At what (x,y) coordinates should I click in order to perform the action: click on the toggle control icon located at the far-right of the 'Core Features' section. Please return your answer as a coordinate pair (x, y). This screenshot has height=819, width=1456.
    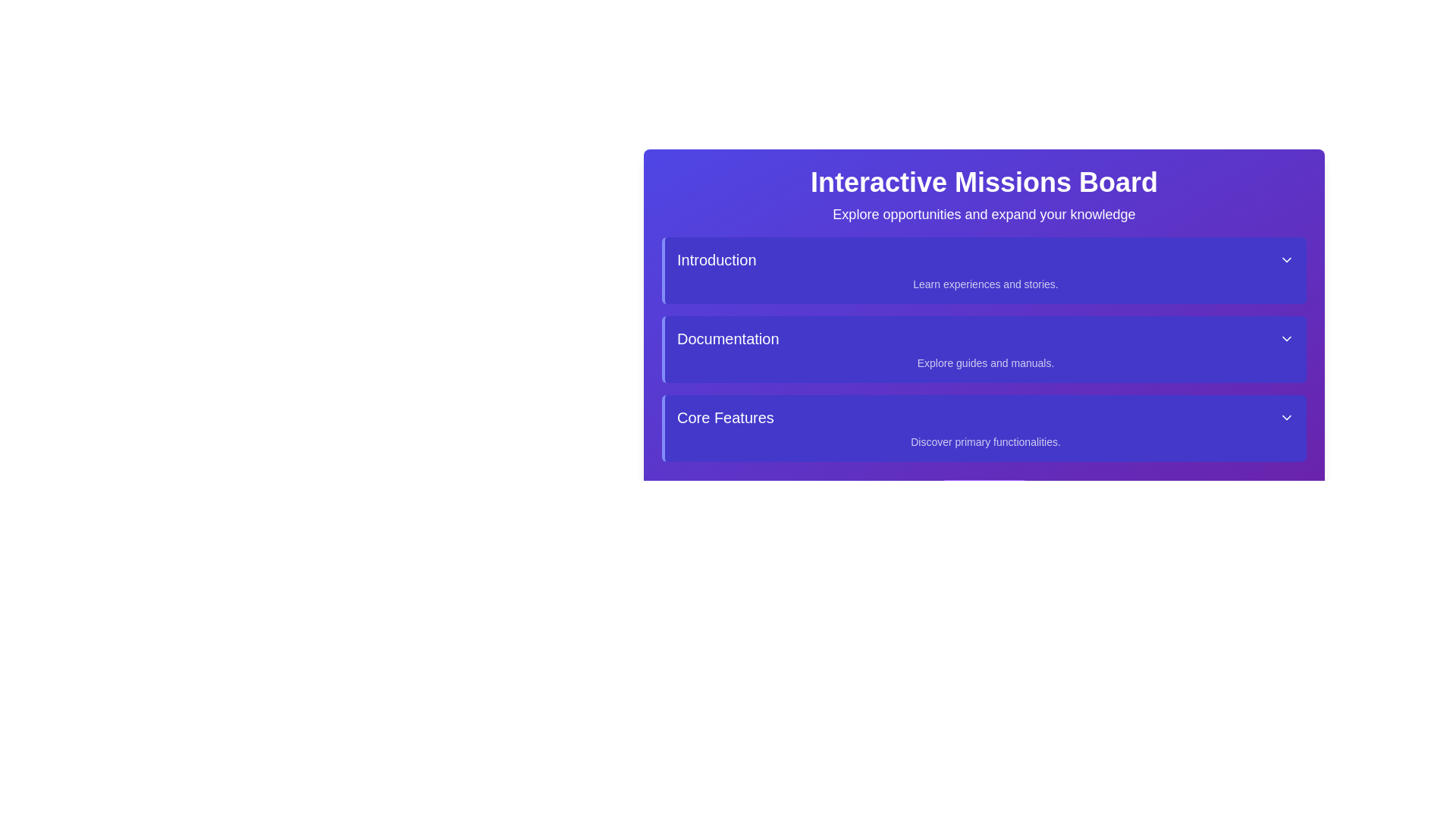
    Looking at the image, I should click on (1286, 418).